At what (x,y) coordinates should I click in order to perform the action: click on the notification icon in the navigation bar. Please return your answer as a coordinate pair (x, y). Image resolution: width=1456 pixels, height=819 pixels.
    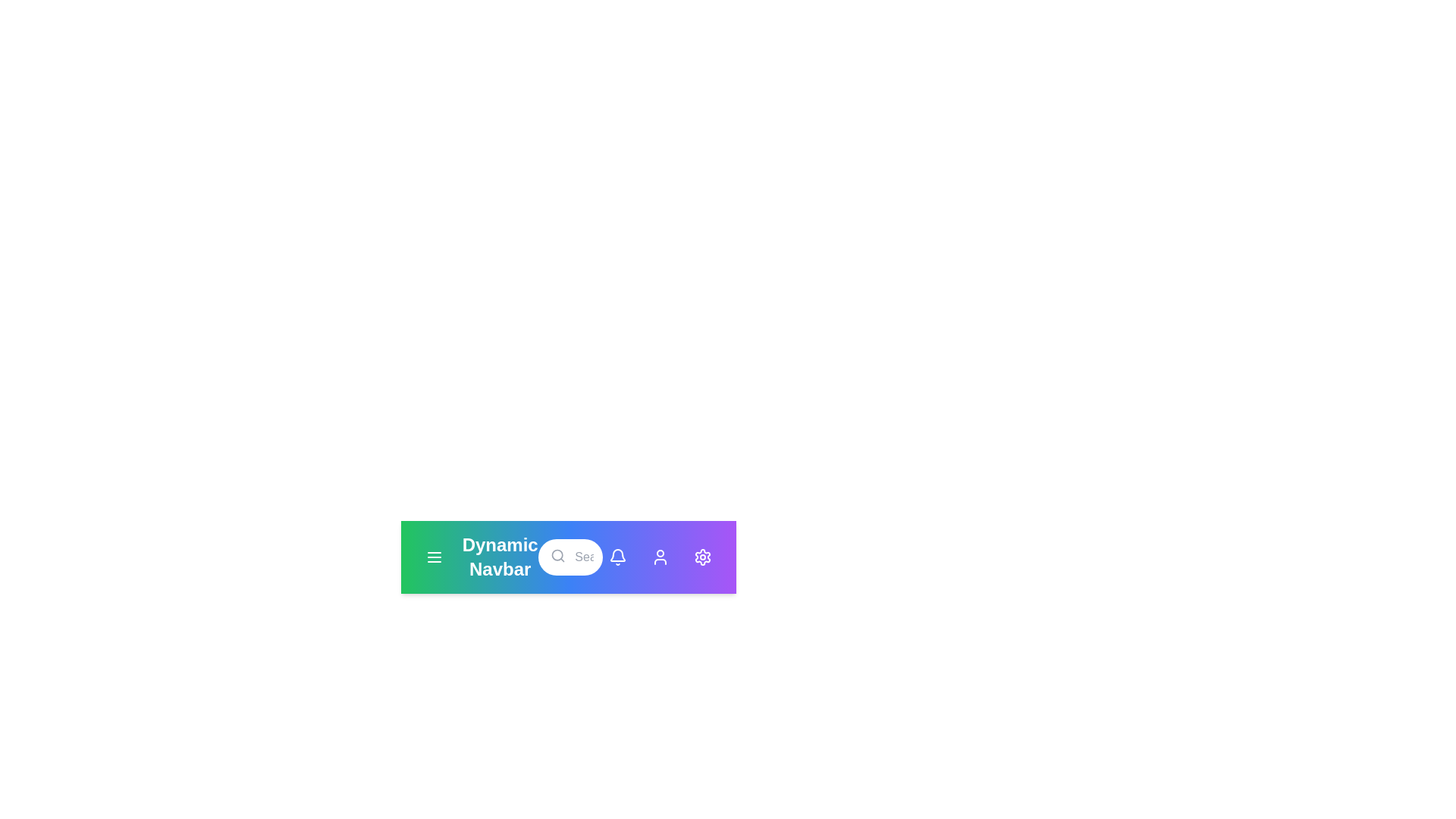
    Looking at the image, I should click on (618, 557).